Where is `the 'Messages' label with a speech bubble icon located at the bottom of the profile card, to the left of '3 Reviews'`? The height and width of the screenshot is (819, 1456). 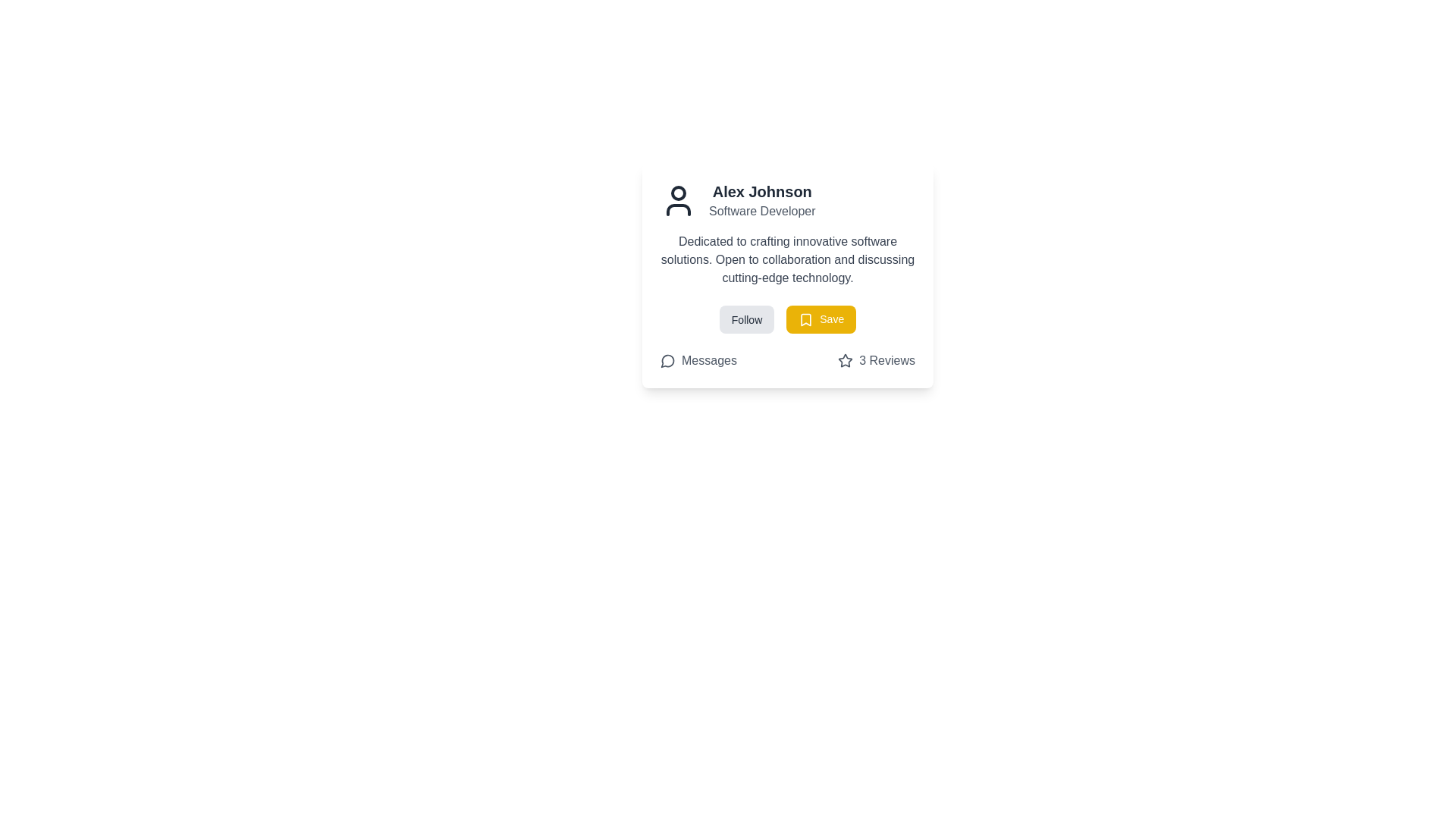 the 'Messages' label with a speech bubble icon located at the bottom of the profile card, to the left of '3 Reviews' is located at coordinates (698, 361).